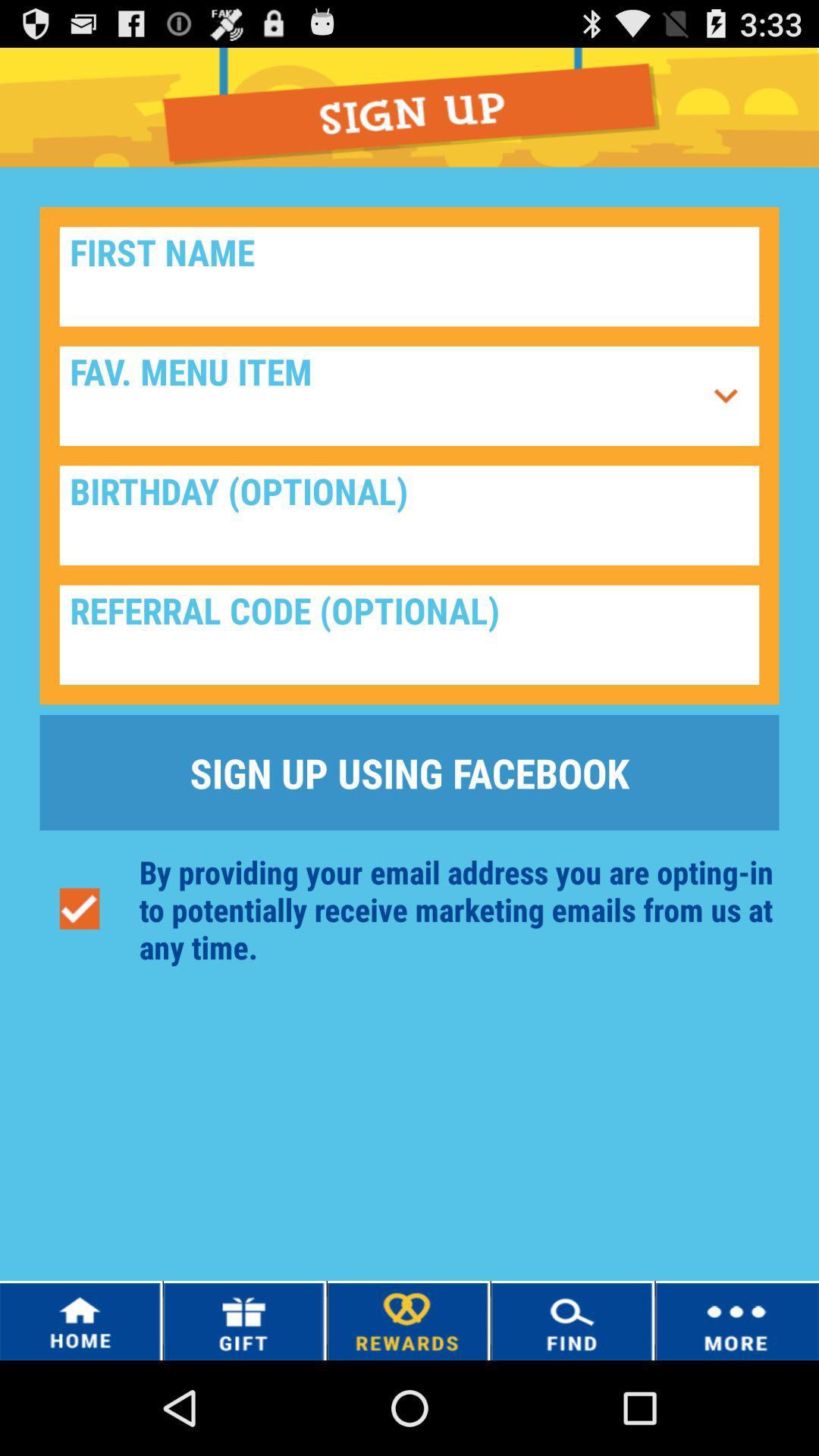  Describe the element at coordinates (79, 909) in the screenshot. I see `opt in to marketing` at that location.